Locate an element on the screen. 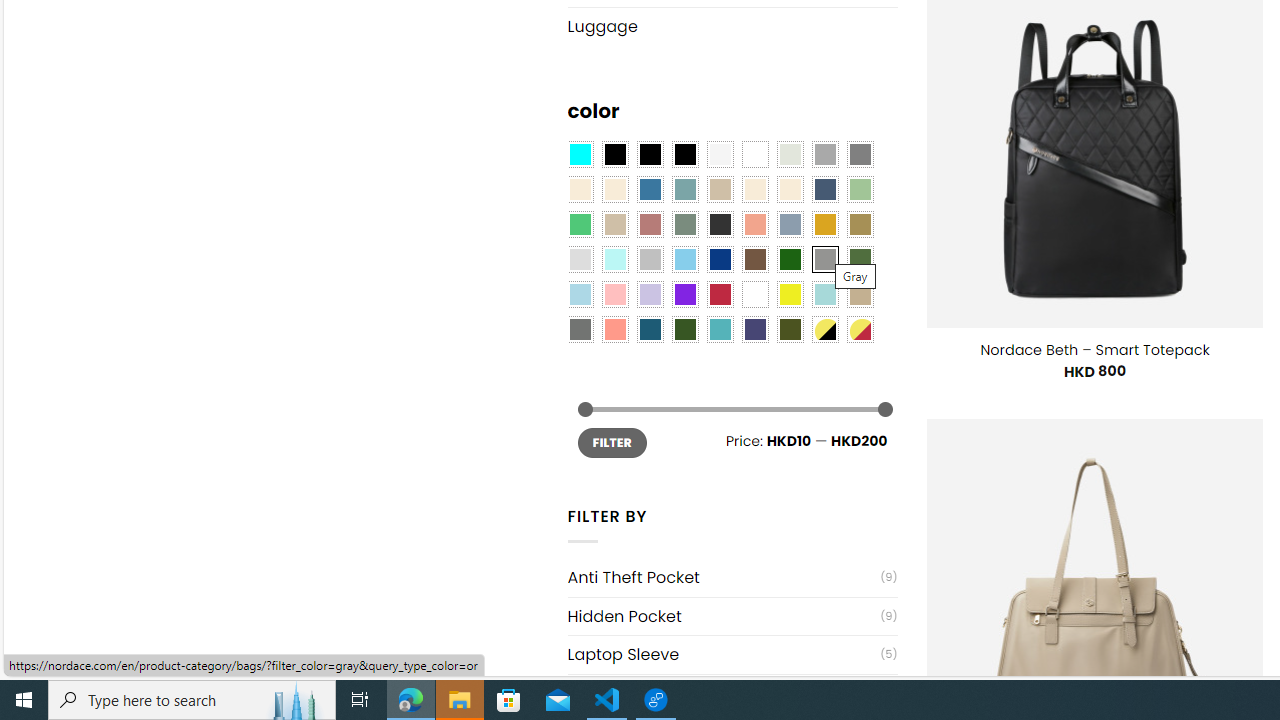  'Forest' is located at coordinates (684, 328).